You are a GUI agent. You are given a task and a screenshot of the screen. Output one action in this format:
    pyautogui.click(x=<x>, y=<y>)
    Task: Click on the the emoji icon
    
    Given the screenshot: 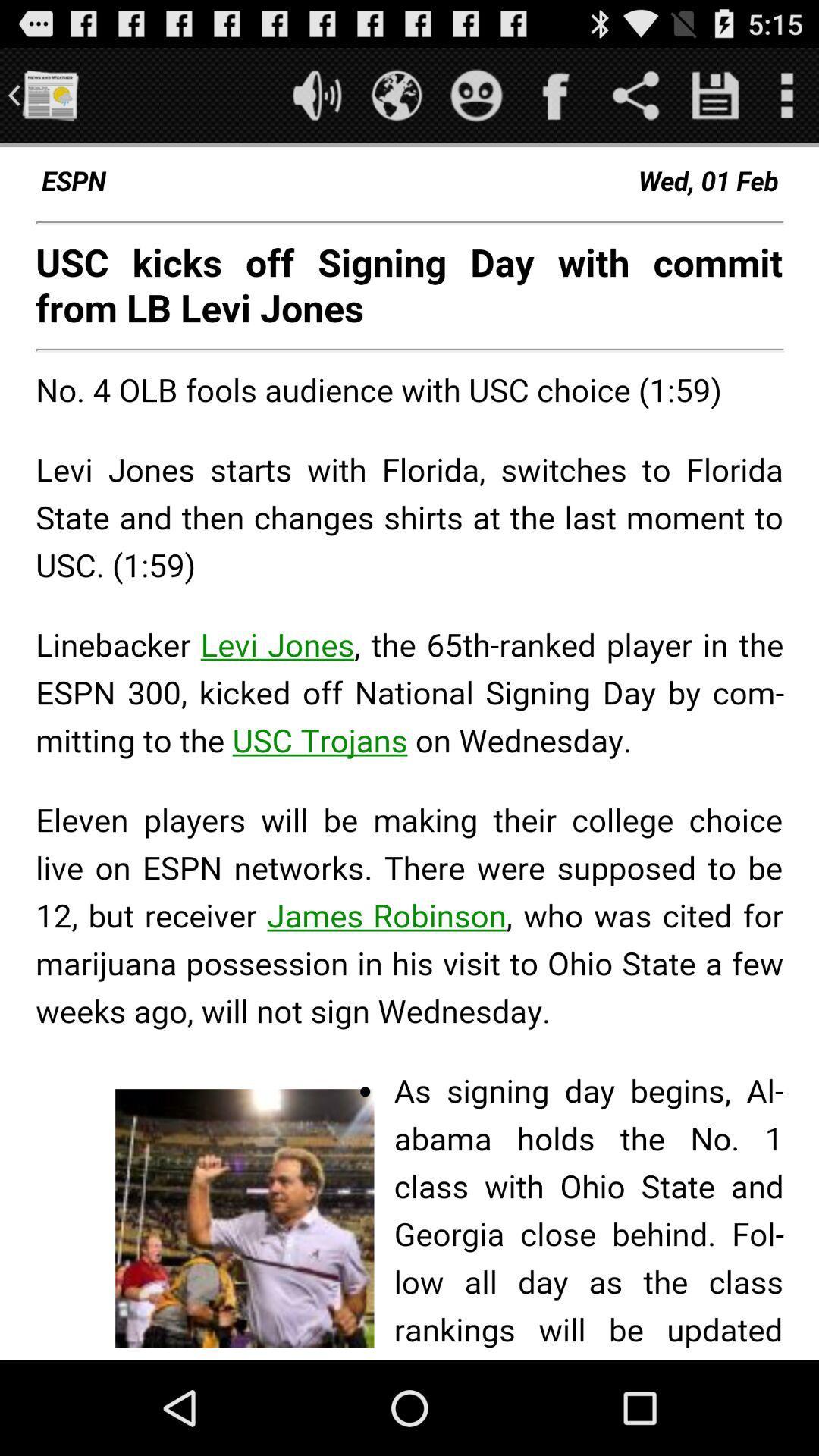 What is the action you would take?
    pyautogui.click(x=475, y=101)
    